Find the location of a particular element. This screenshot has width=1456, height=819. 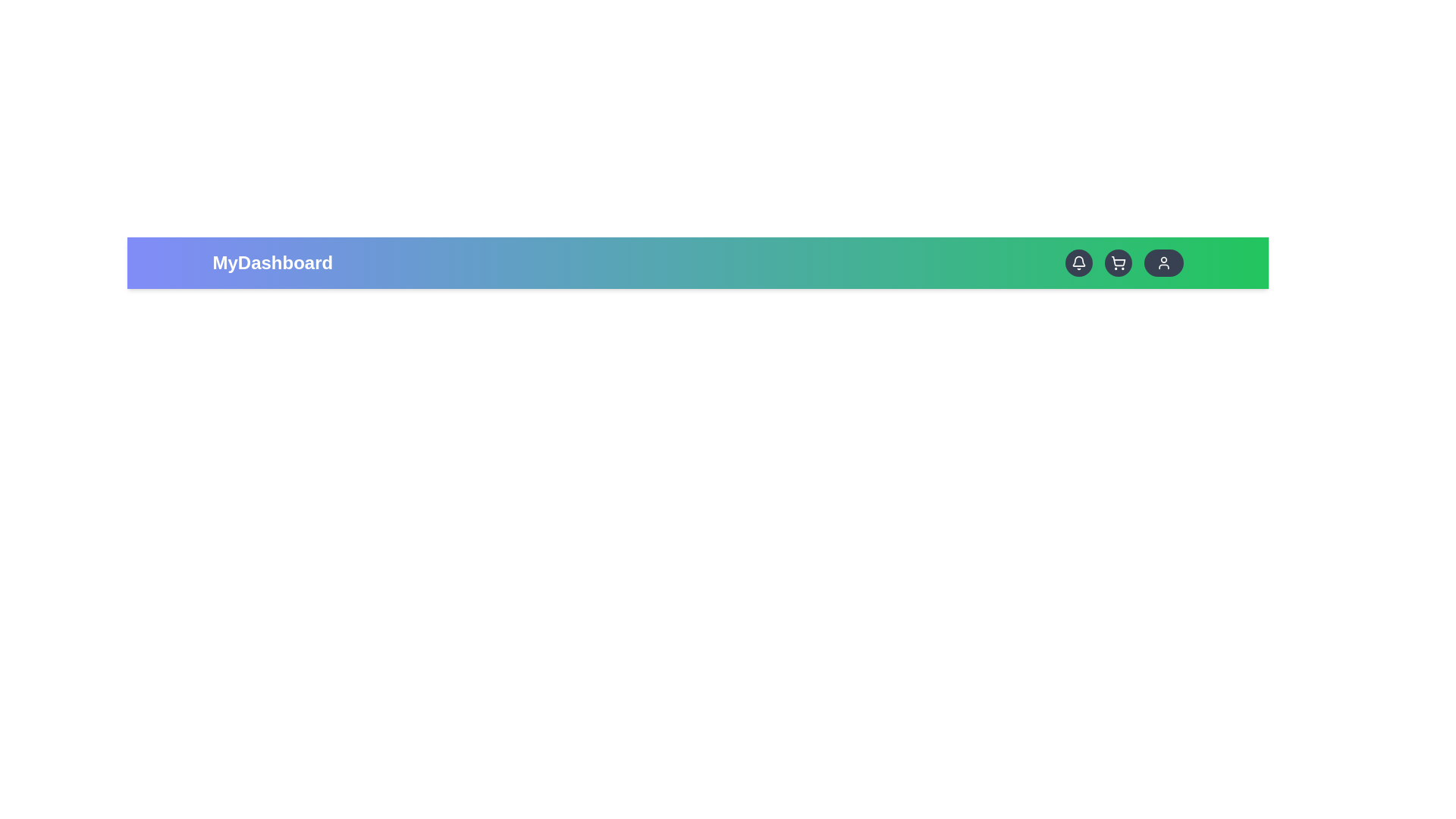

the shopping cart button to access items in the cart is located at coordinates (1118, 262).